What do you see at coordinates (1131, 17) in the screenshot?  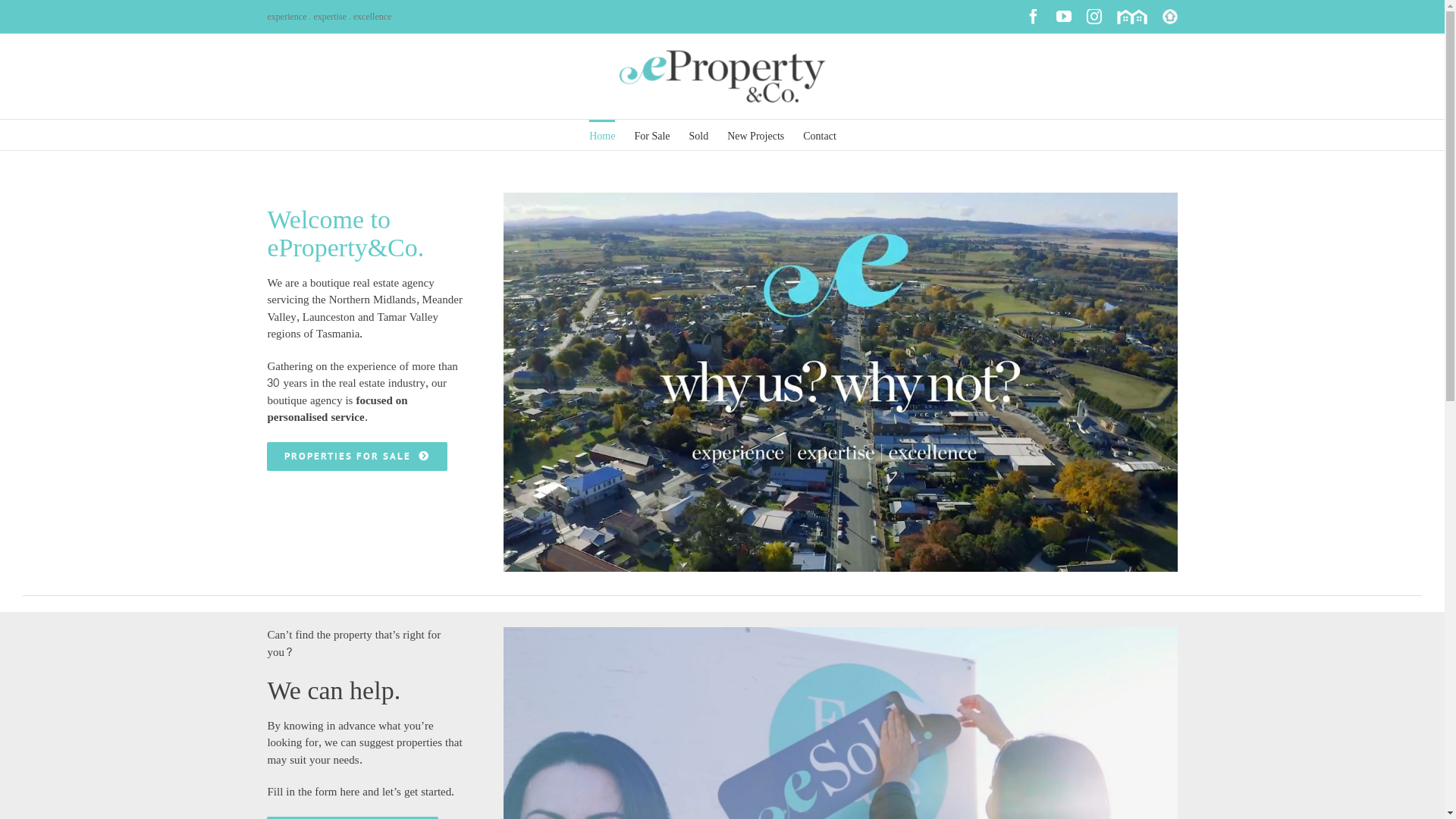 I see `'Domain'` at bounding box center [1131, 17].